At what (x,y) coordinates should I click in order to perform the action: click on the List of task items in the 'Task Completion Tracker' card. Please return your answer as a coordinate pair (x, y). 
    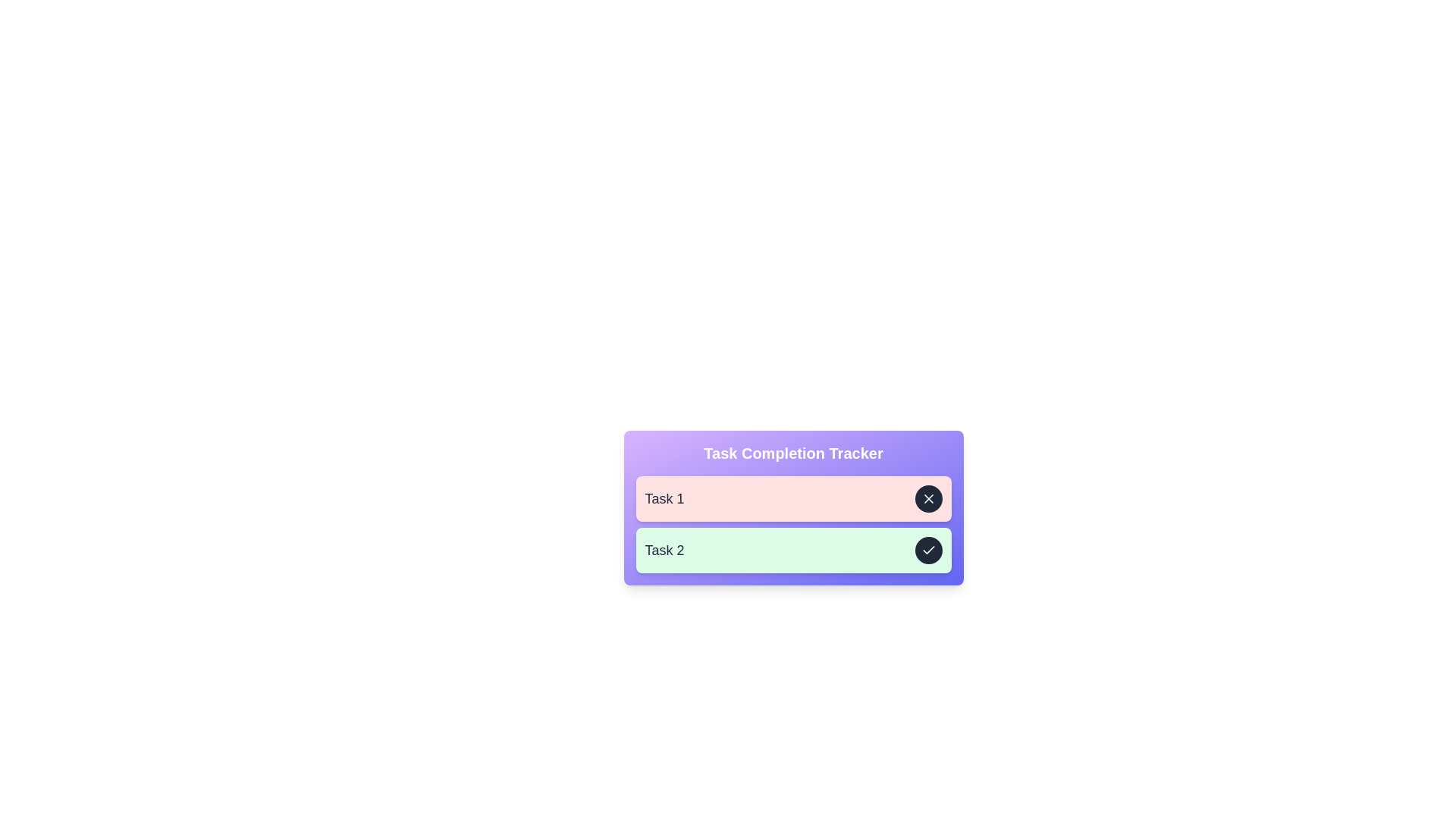
    Looking at the image, I should click on (792, 523).